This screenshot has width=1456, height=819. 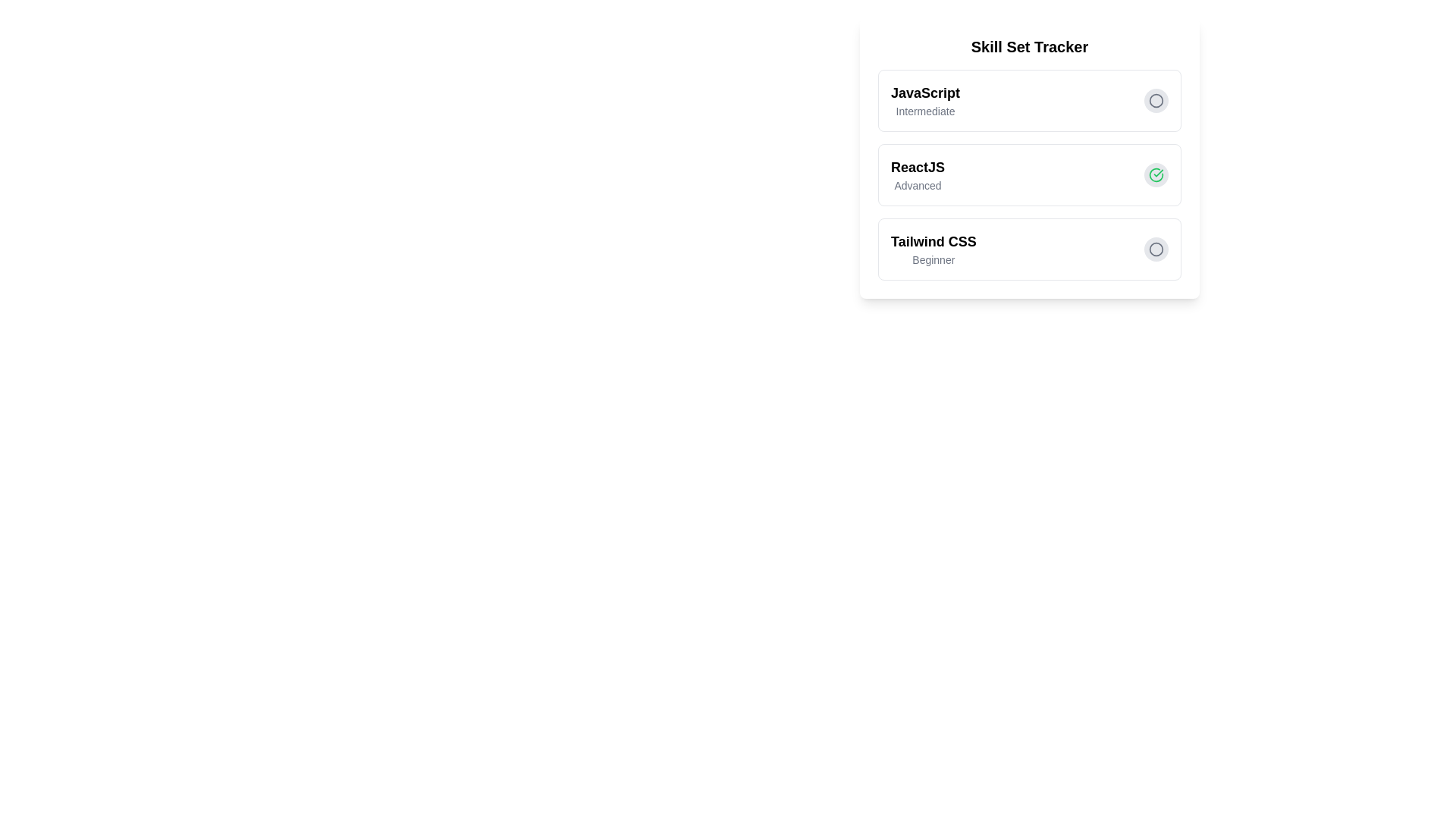 What do you see at coordinates (1030, 45) in the screenshot?
I see `the Header Text element that identifies the purpose of the 'Skill Set Tracker' interface section, which is located at the top of the white card-like structure` at bounding box center [1030, 45].